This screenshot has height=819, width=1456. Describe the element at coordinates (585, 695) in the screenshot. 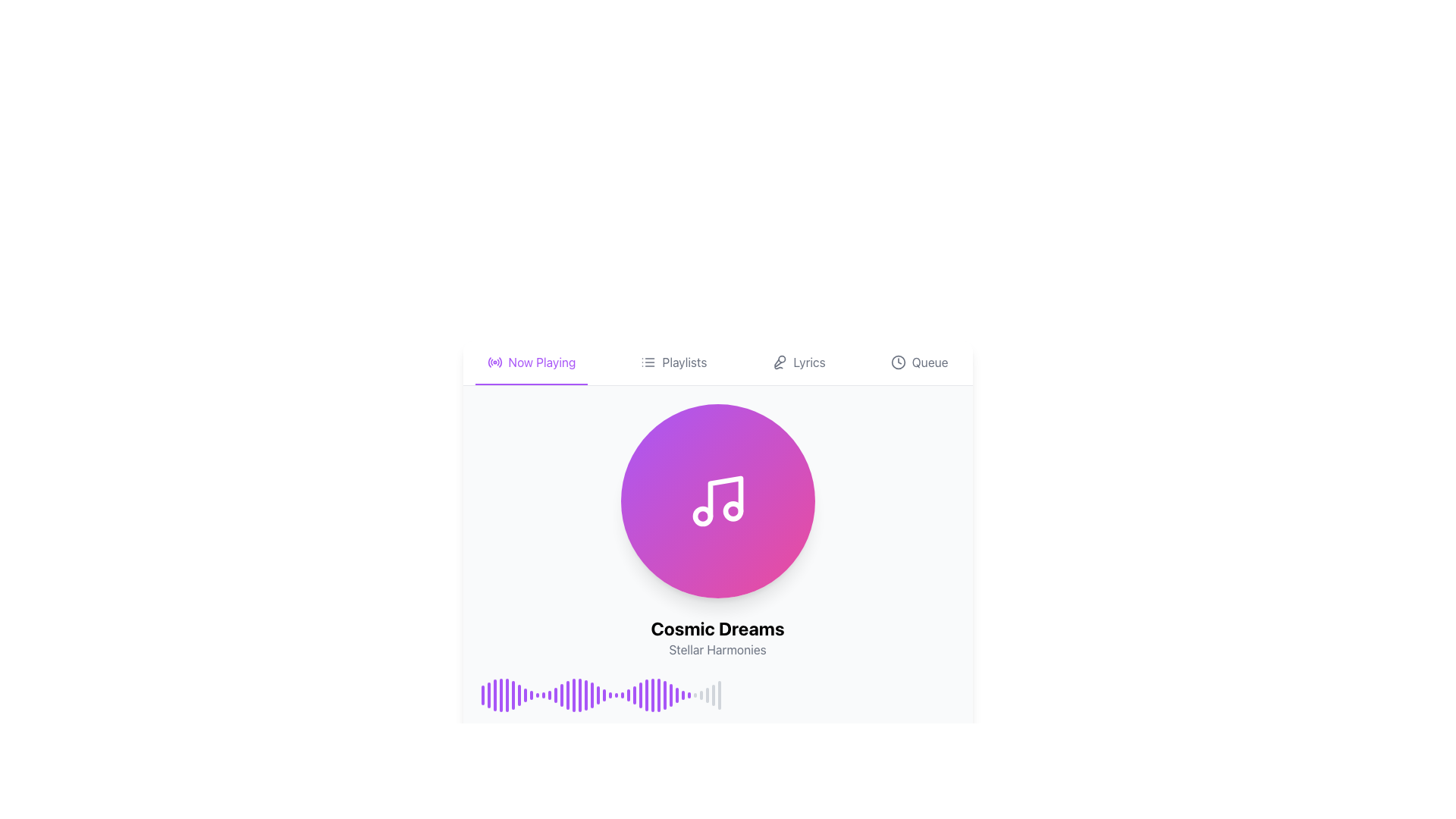

I see `the 18th waveform bar representing audio amplitude beneath the circular music player interface` at that location.